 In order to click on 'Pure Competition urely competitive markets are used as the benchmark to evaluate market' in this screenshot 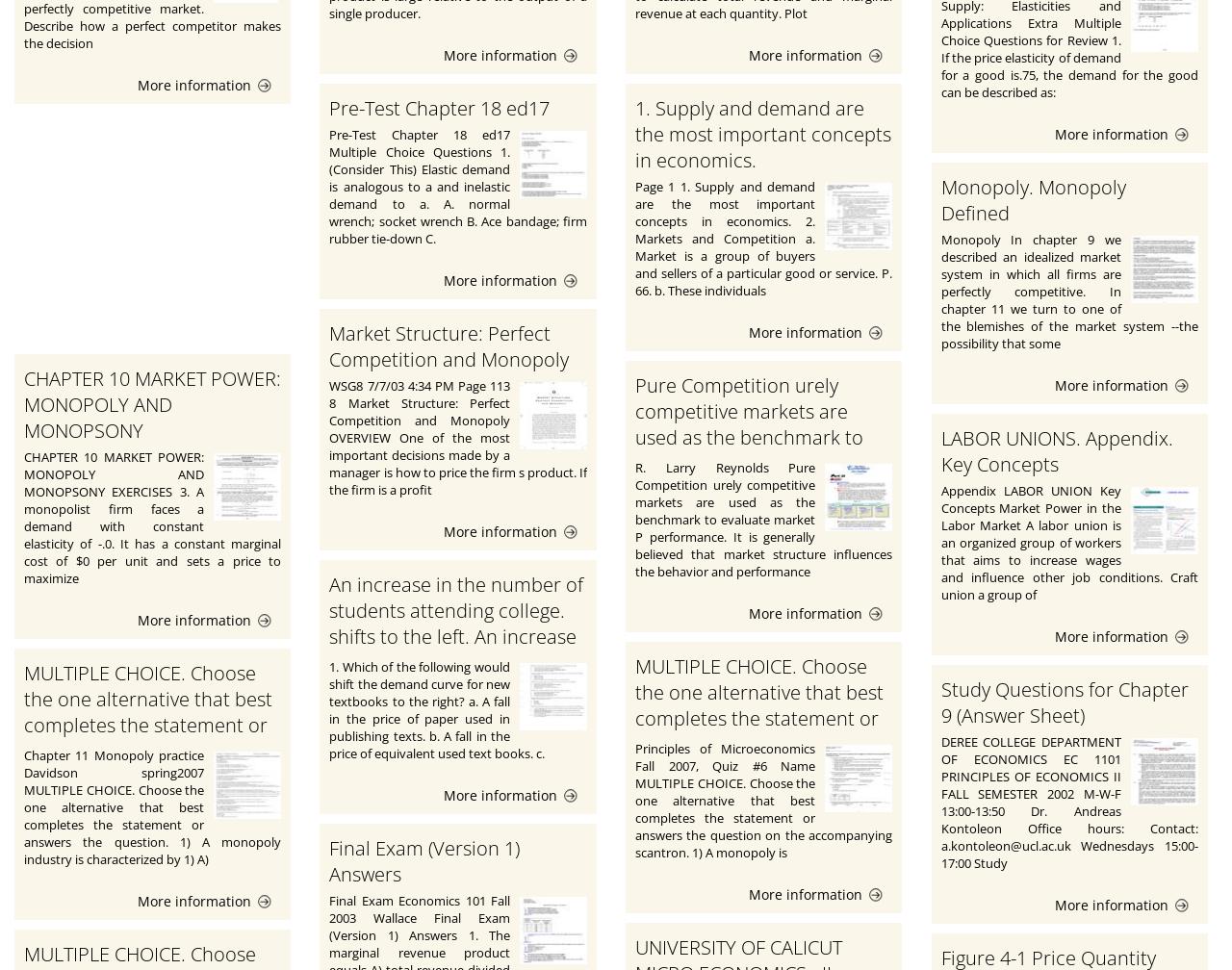, I will do `click(747, 424)`.